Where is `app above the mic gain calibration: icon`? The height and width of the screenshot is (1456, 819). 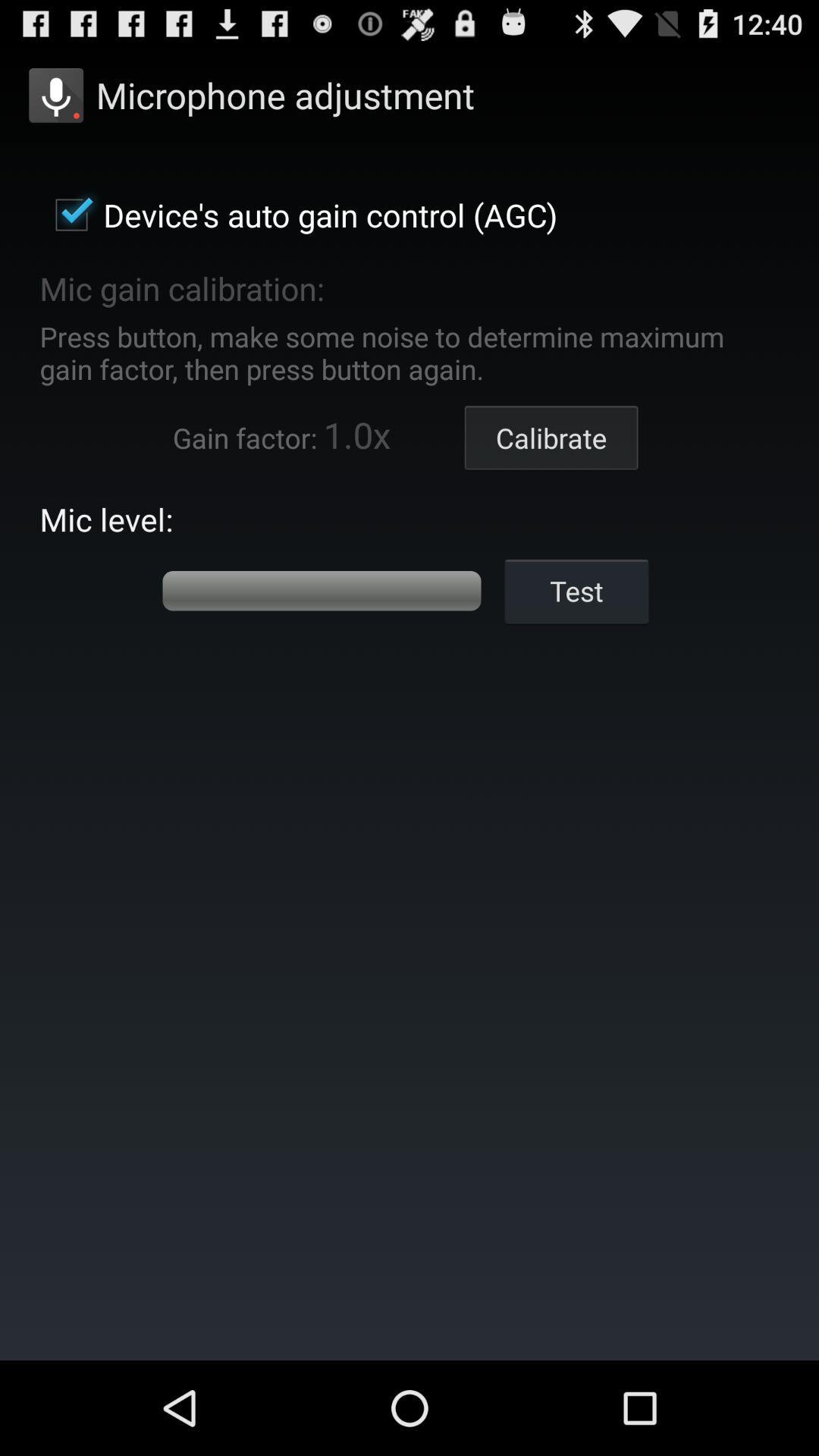
app above the mic gain calibration: icon is located at coordinates (298, 214).